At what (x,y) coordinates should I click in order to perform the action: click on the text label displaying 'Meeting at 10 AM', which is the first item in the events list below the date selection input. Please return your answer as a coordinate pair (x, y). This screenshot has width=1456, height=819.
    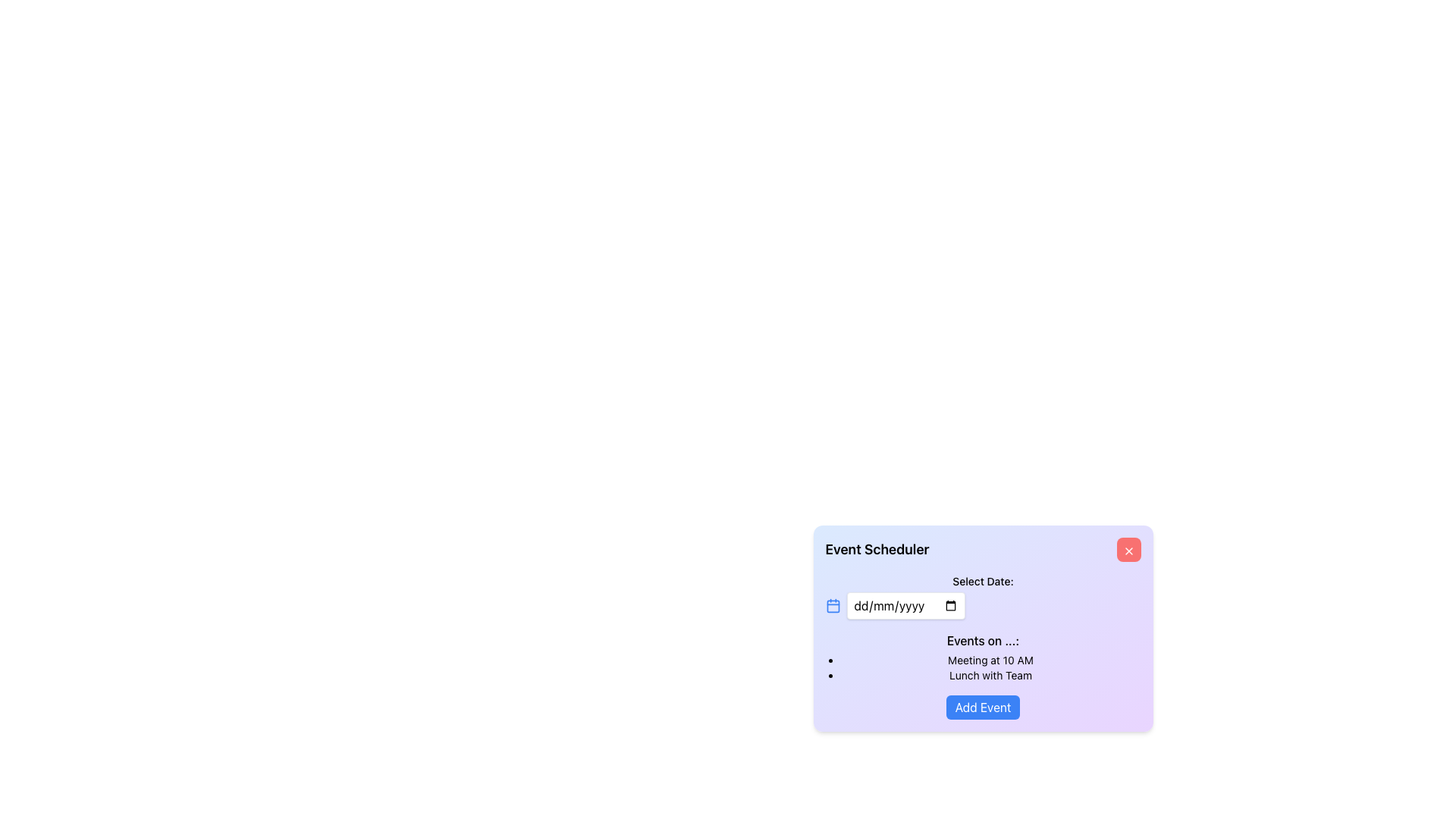
    Looking at the image, I should click on (990, 660).